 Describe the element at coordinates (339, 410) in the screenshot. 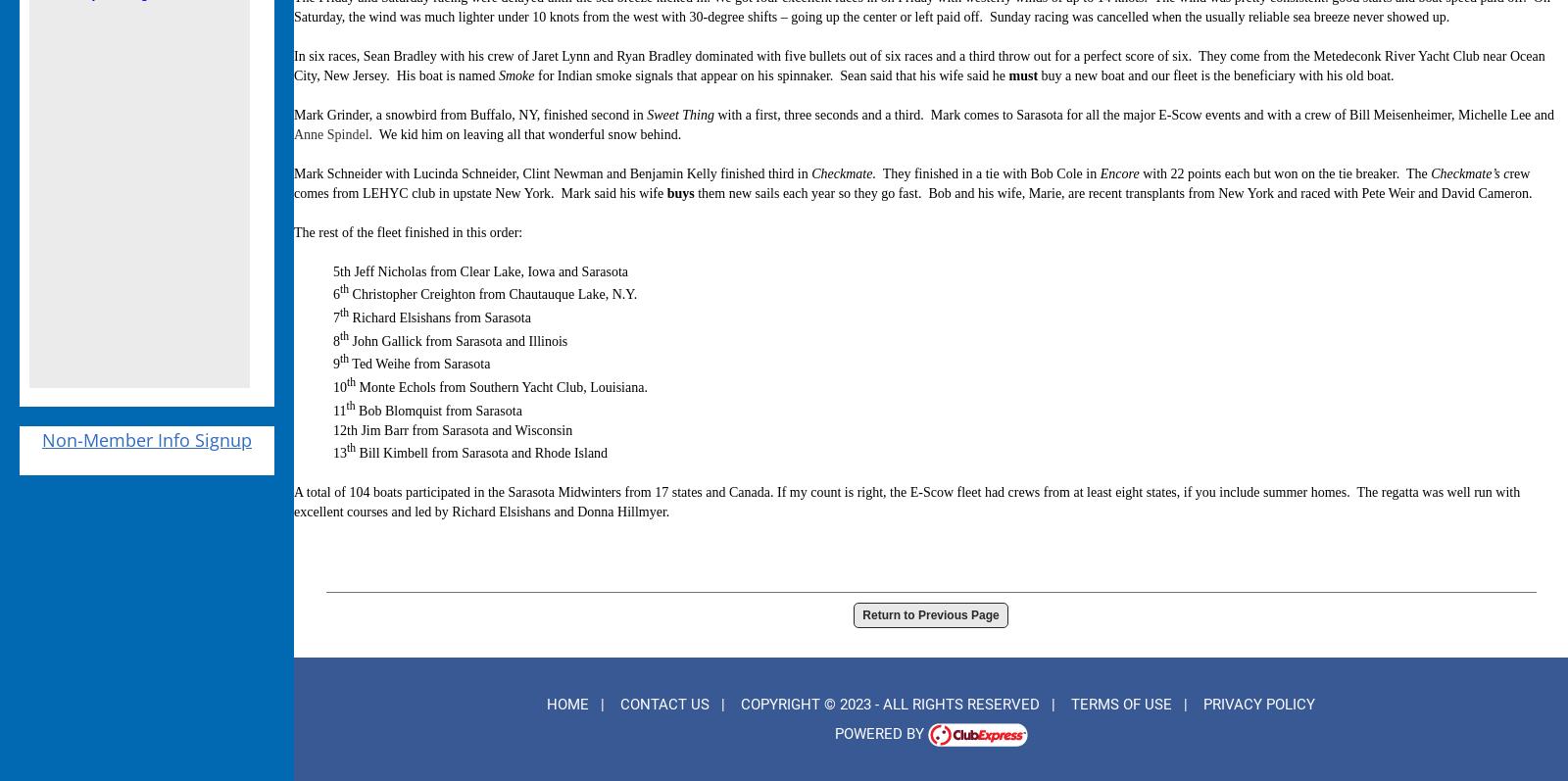

I see `'11'` at that location.